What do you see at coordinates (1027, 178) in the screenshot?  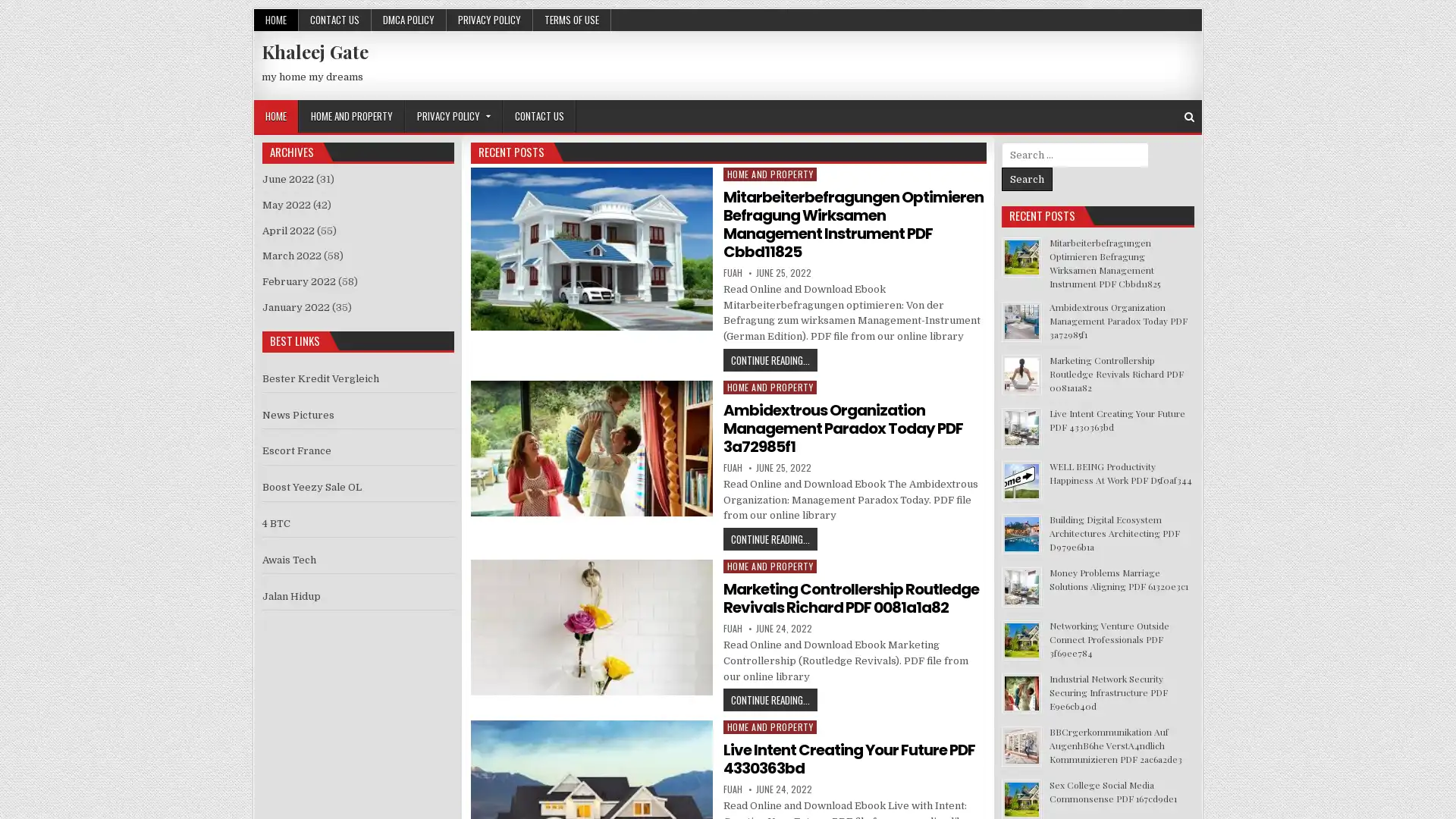 I see `Search` at bounding box center [1027, 178].